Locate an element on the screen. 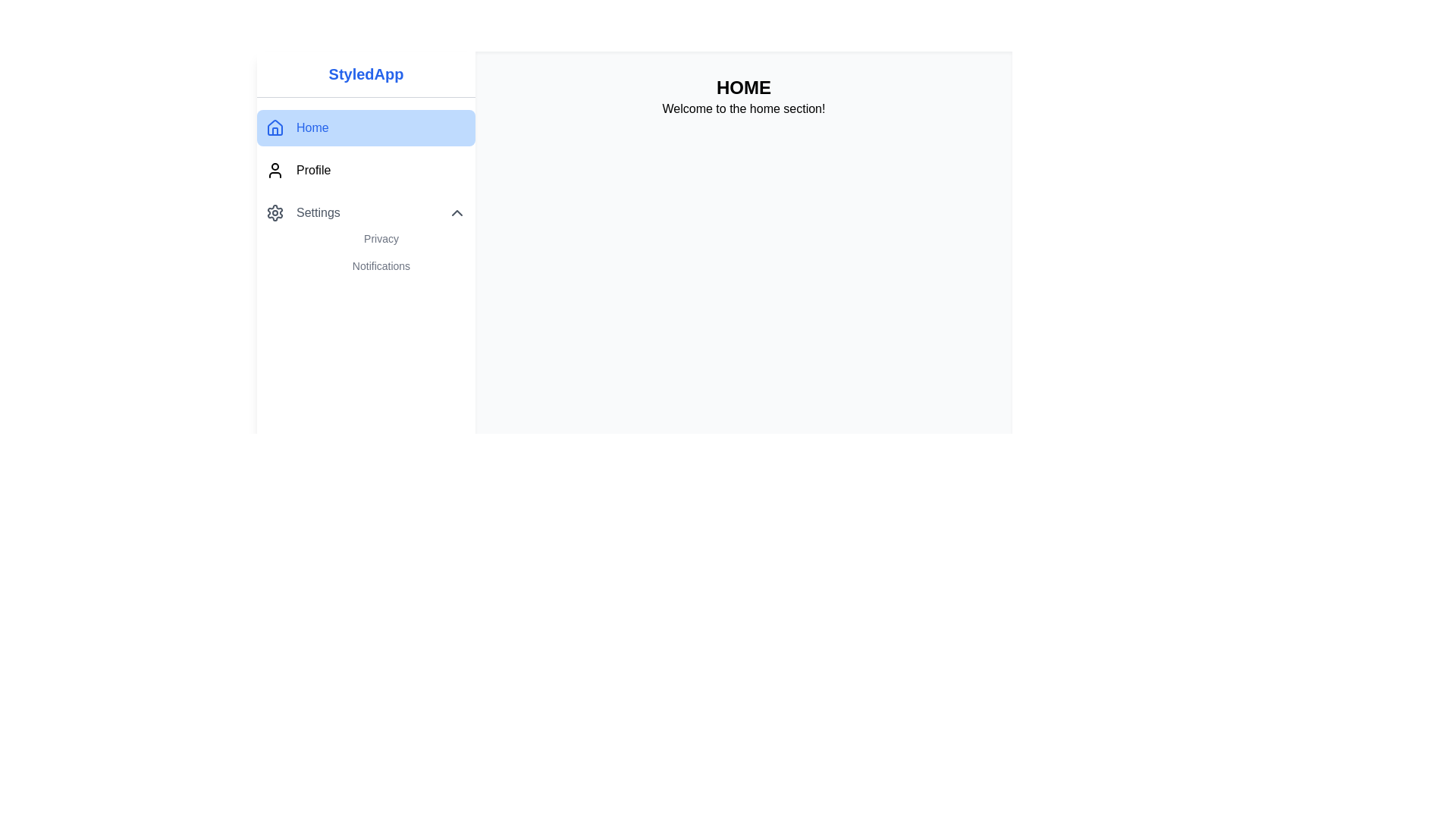 The width and height of the screenshot is (1456, 819). the 'Privacy' link in the Dropdown menu located under the 'Settings' section of the sidebar menu is located at coordinates (366, 239).